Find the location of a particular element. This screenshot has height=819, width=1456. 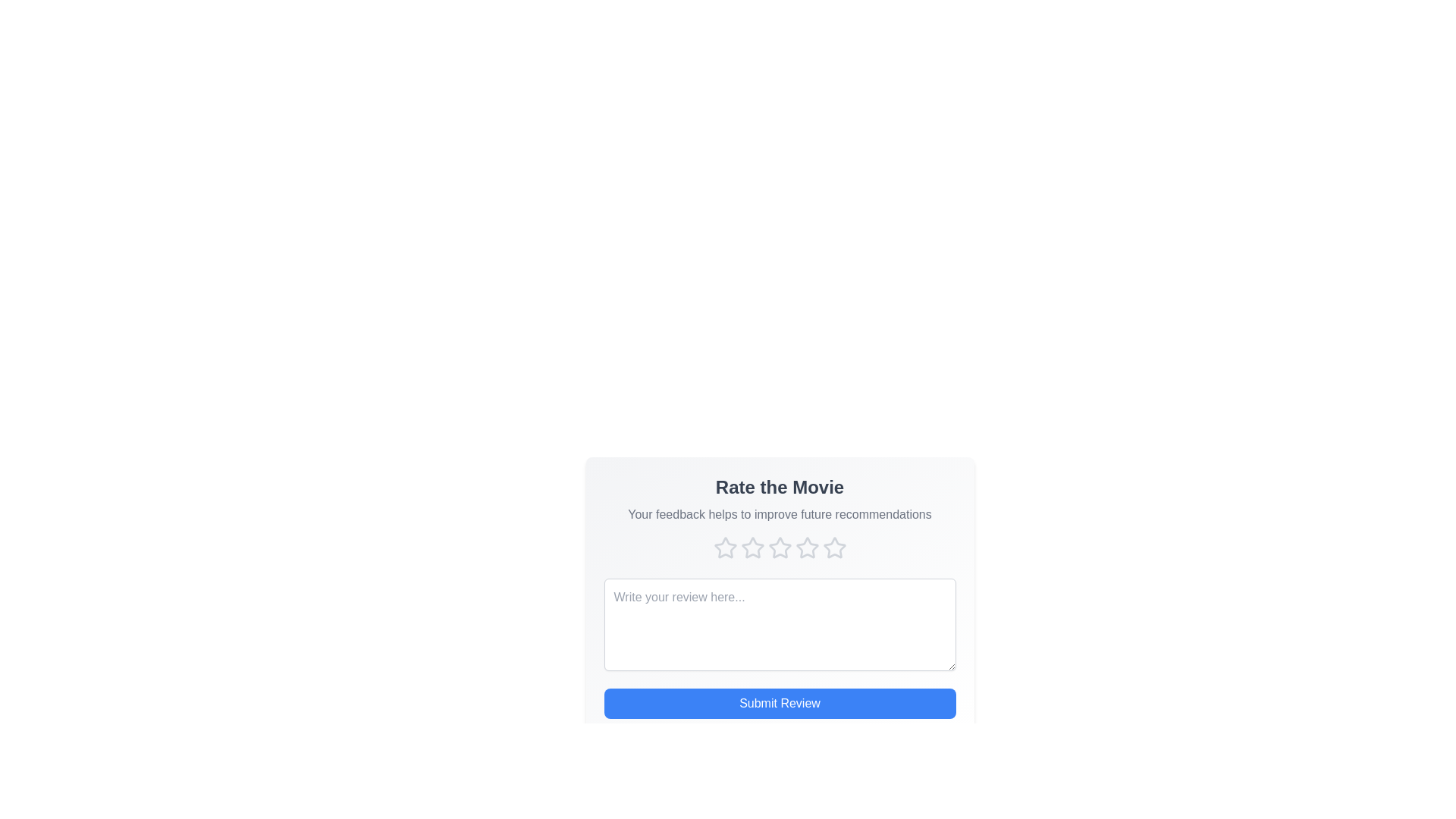

the third star icon in the rating section under the 'Rate the Movie' heading to rate it is located at coordinates (780, 548).